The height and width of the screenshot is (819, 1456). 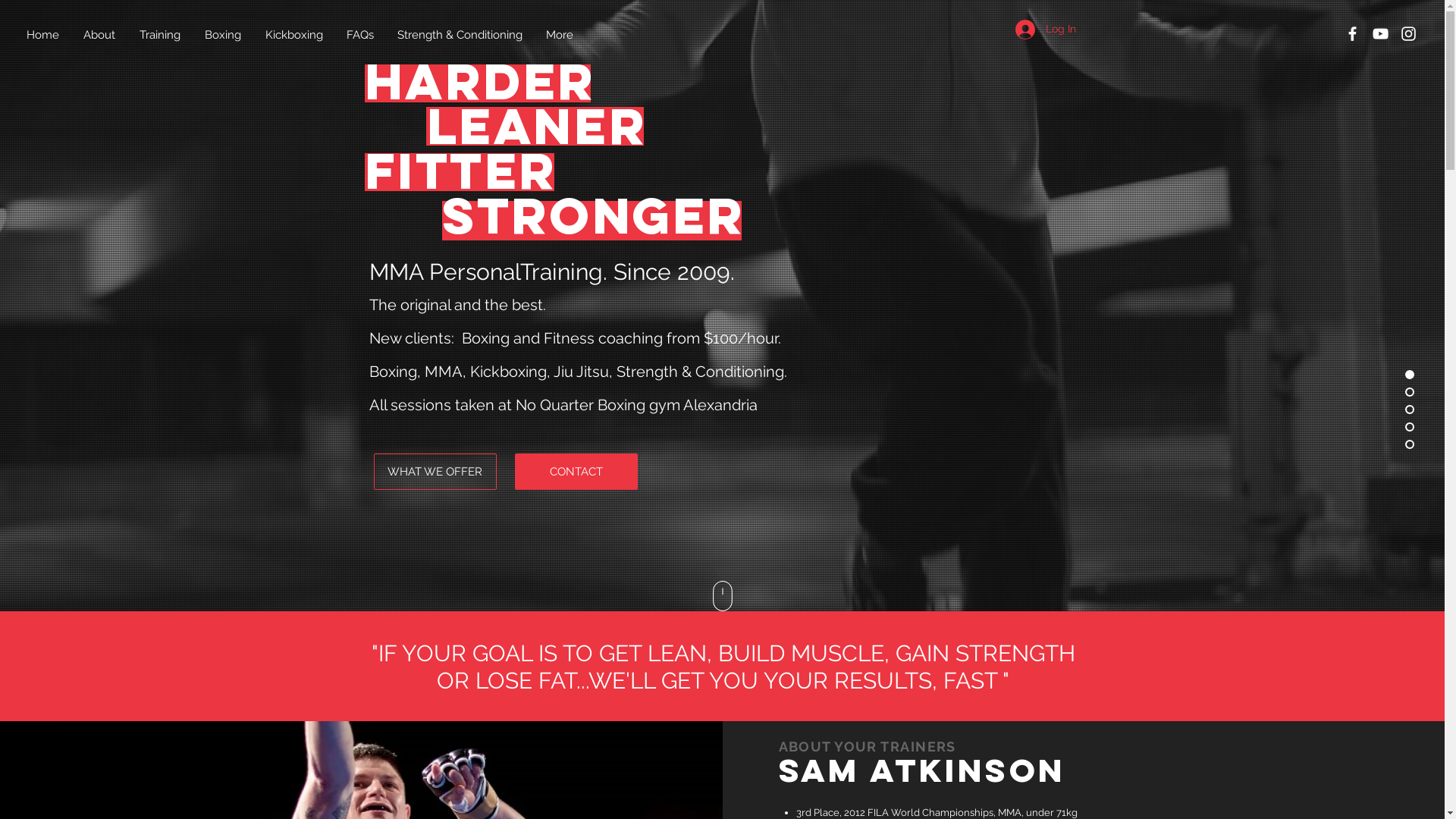 I want to click on 'Boxing', so click(x=222, y=34).